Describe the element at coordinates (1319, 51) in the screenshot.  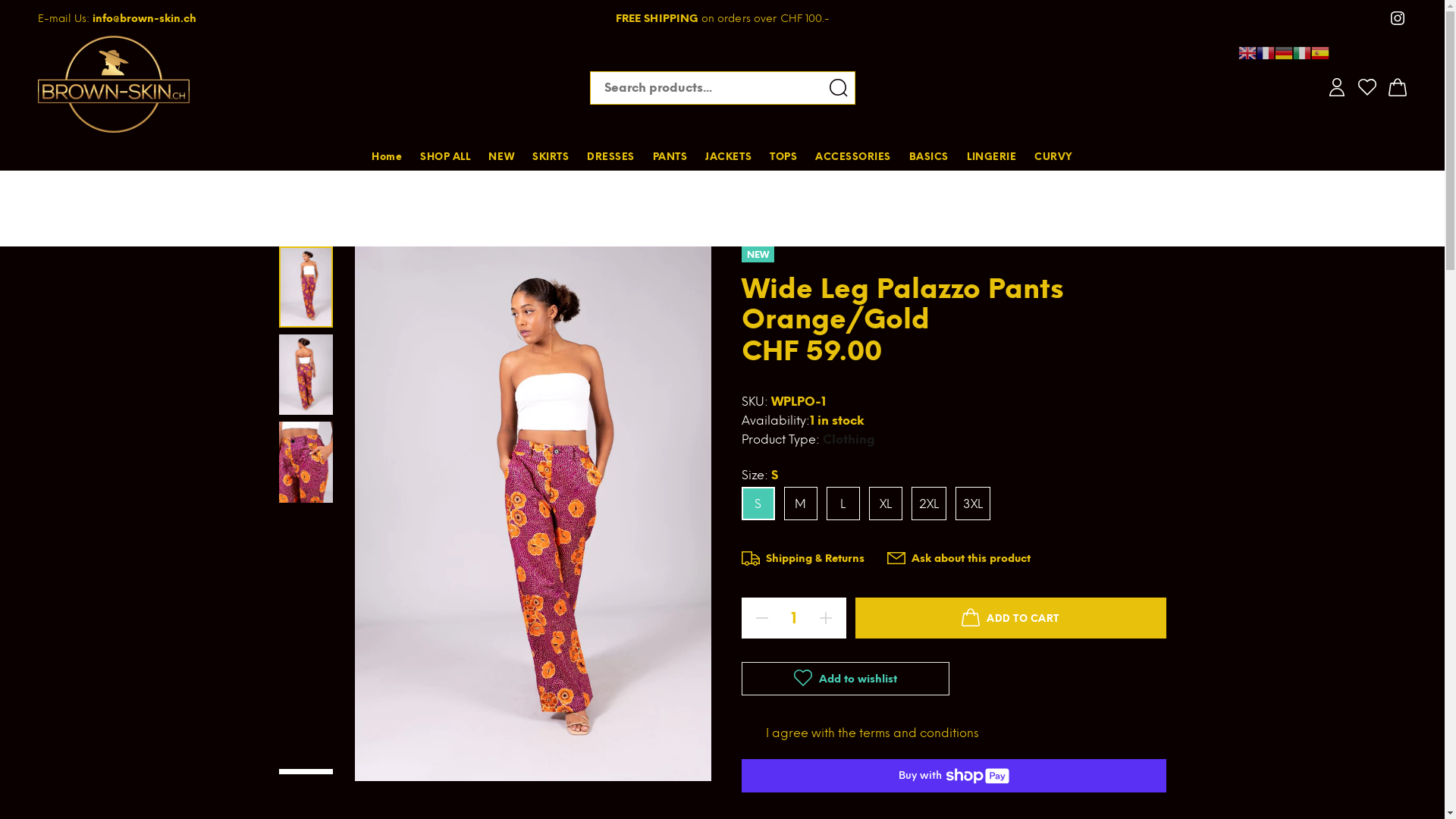
I see `'Spanish'` at that location.